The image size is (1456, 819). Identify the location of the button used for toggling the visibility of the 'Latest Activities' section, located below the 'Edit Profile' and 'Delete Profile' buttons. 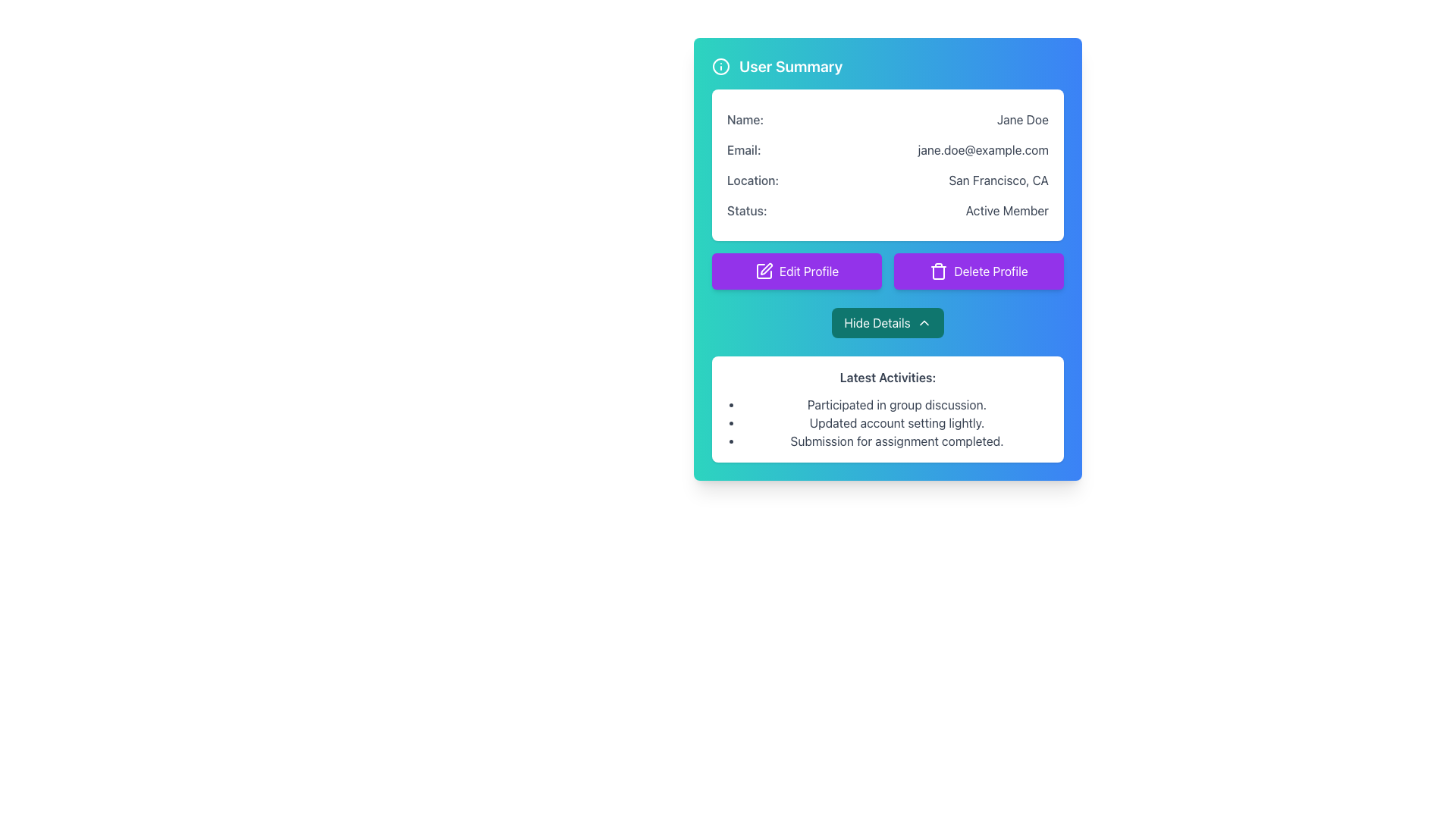
(888, 322).